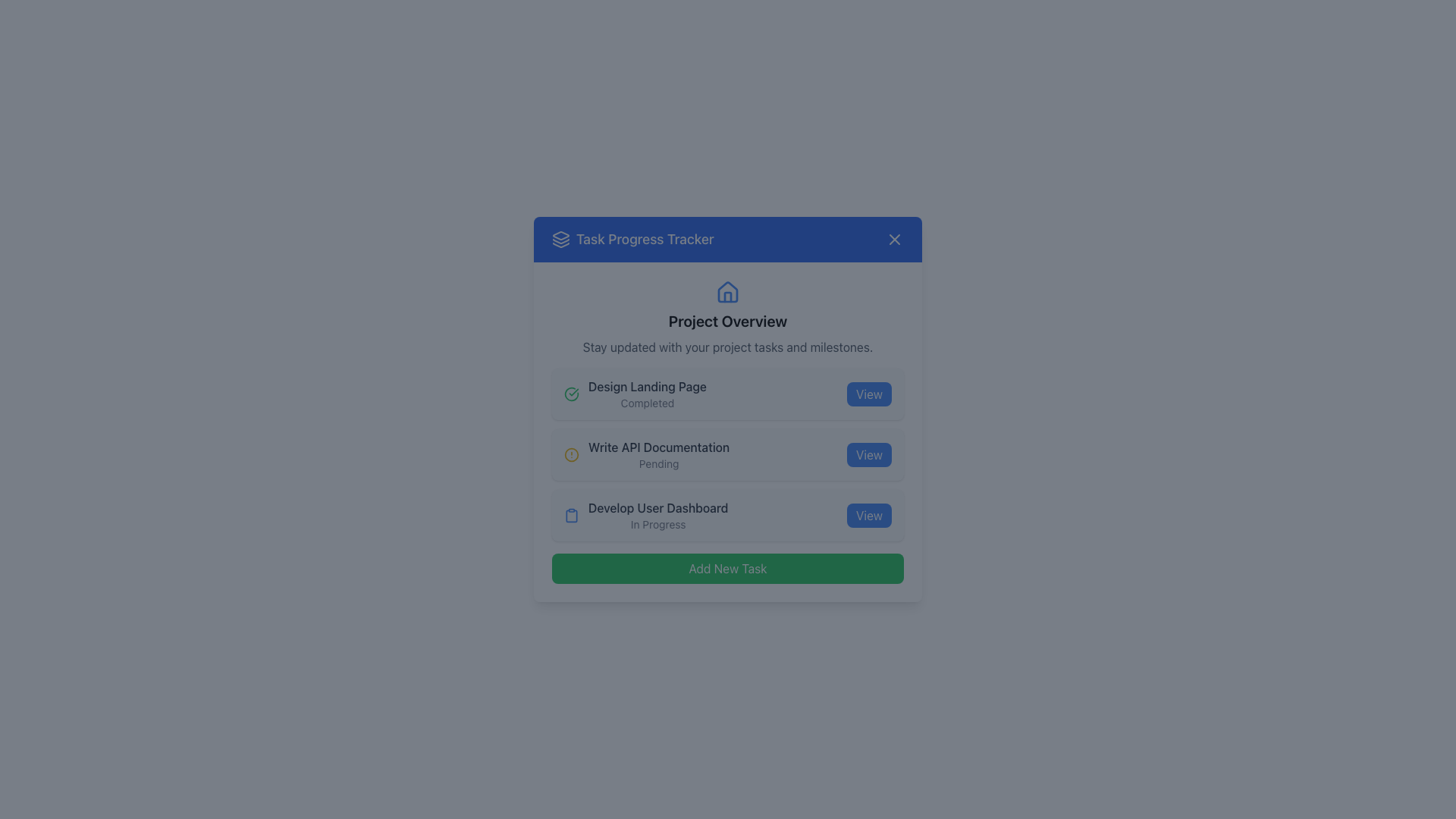 This screenshot has height=819, width=1456. What do you see at coordinates (658, 508) in the screenshot?
I see `the static text element reading 'Develop User Dashboard' located in the third row of the task list within the modal` at bounding box center [658, 508].